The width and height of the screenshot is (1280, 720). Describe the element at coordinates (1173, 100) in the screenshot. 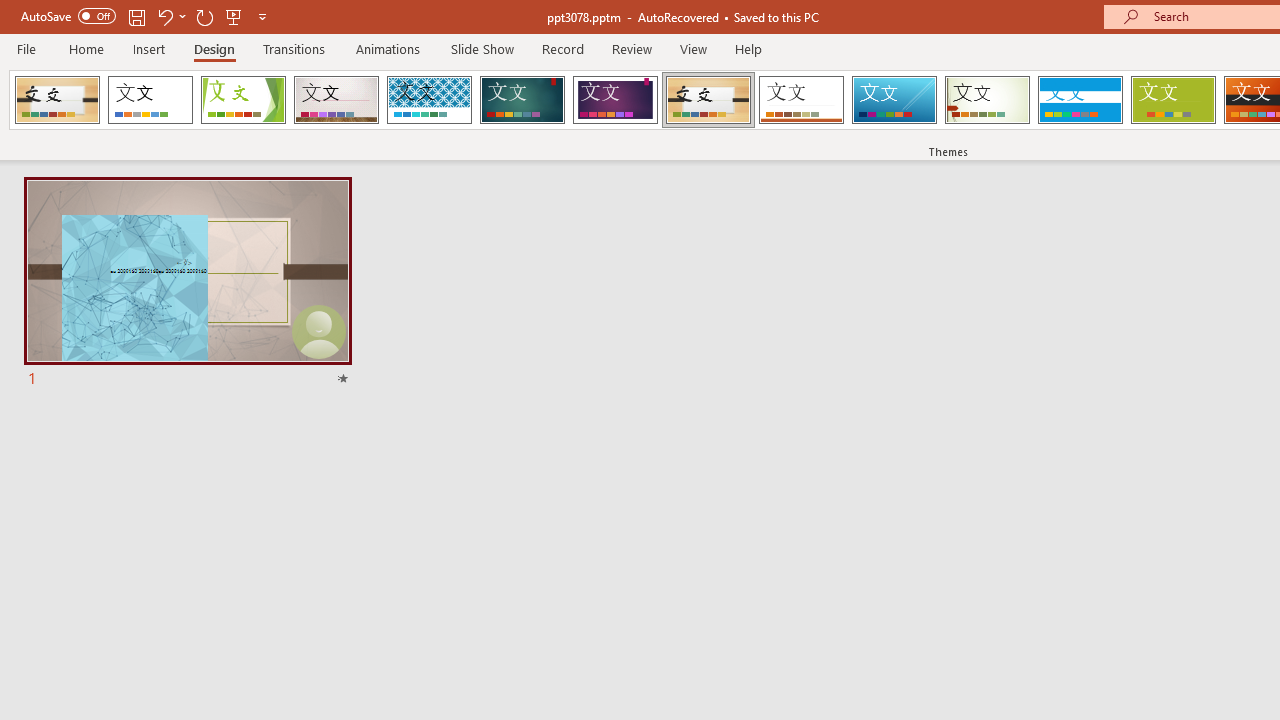

I see `'Basis'` at that location.